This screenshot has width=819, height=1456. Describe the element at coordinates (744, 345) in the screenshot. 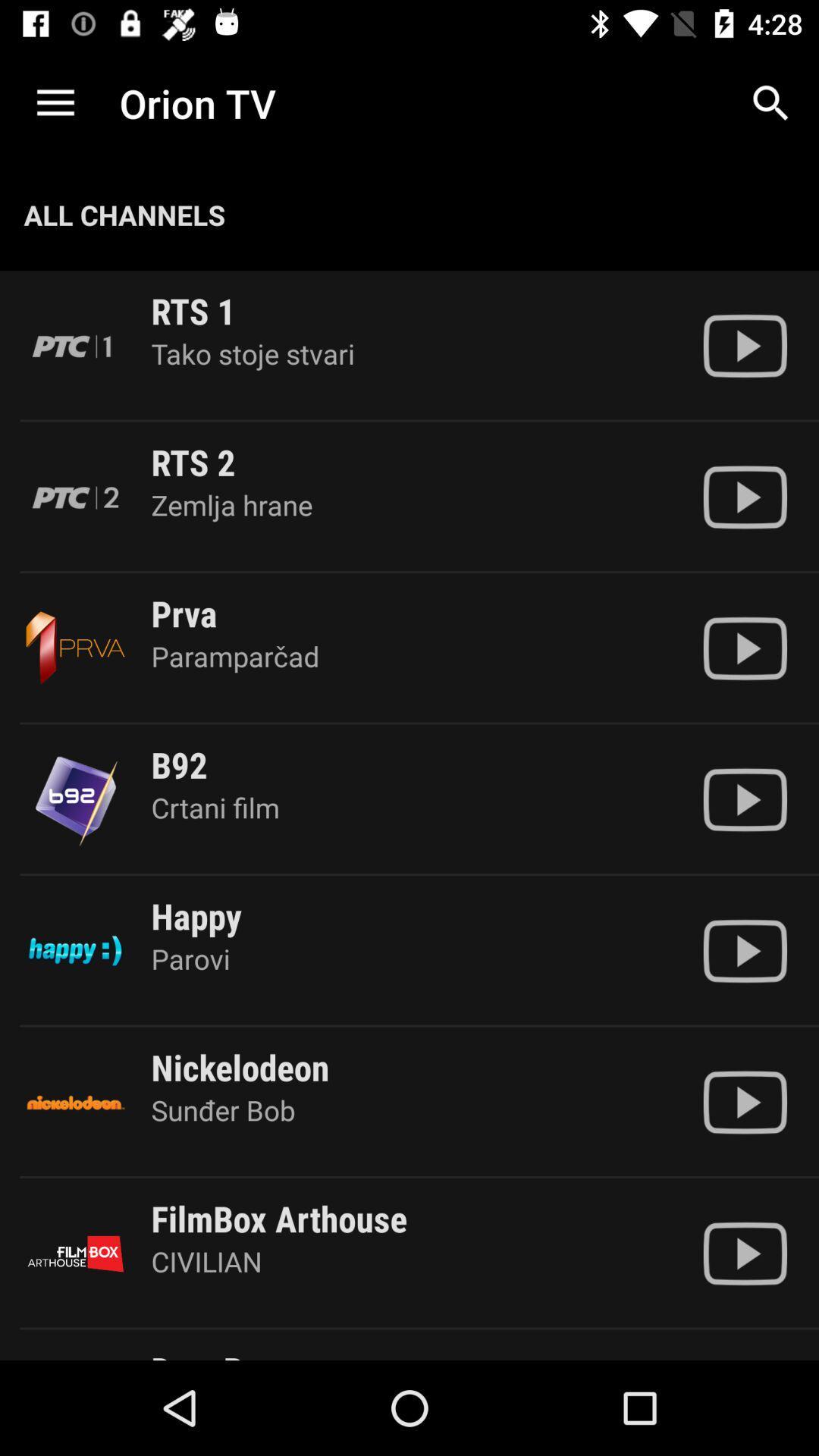

I see `play` at that location.